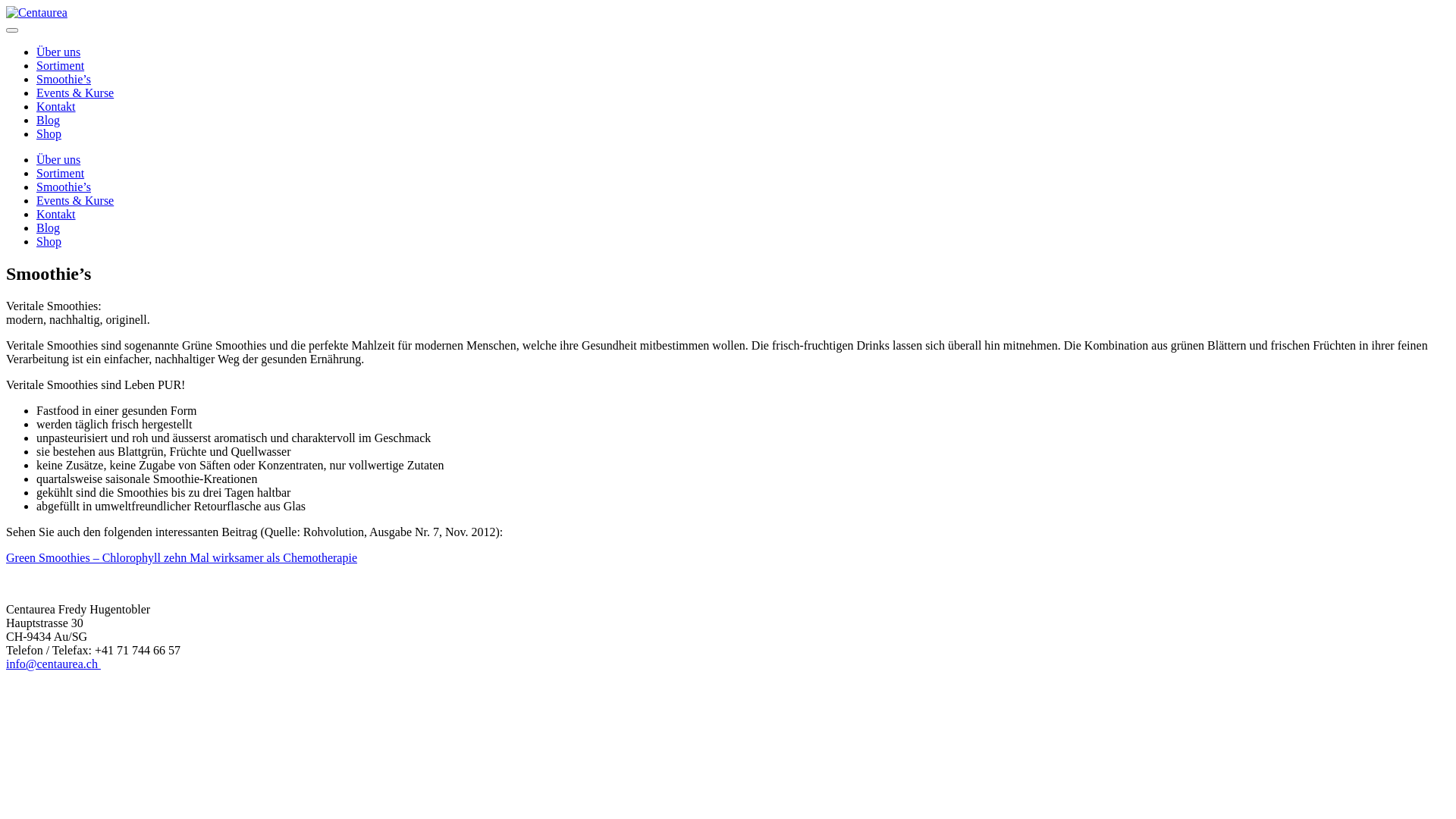 Image resolution: width=1456 pixels, height=819 pixels. What do you see at coordinates (48, 227) in the screenshot?
I see `'Blog'` at bounding box center [48, 227].